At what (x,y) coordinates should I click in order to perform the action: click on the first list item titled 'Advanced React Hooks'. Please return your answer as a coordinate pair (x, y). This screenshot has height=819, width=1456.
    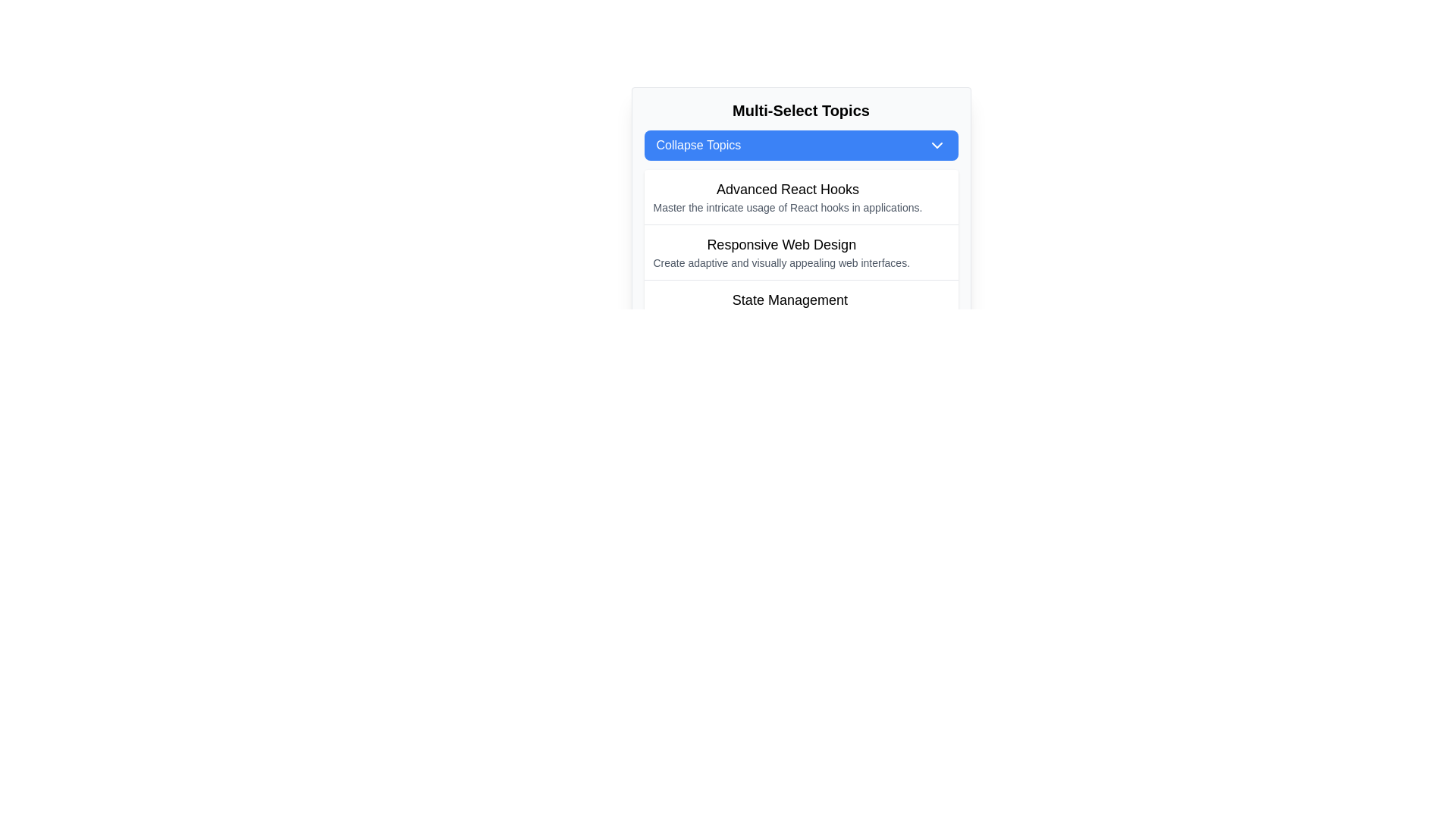
    Looking at the image, I should click on (787, 196).